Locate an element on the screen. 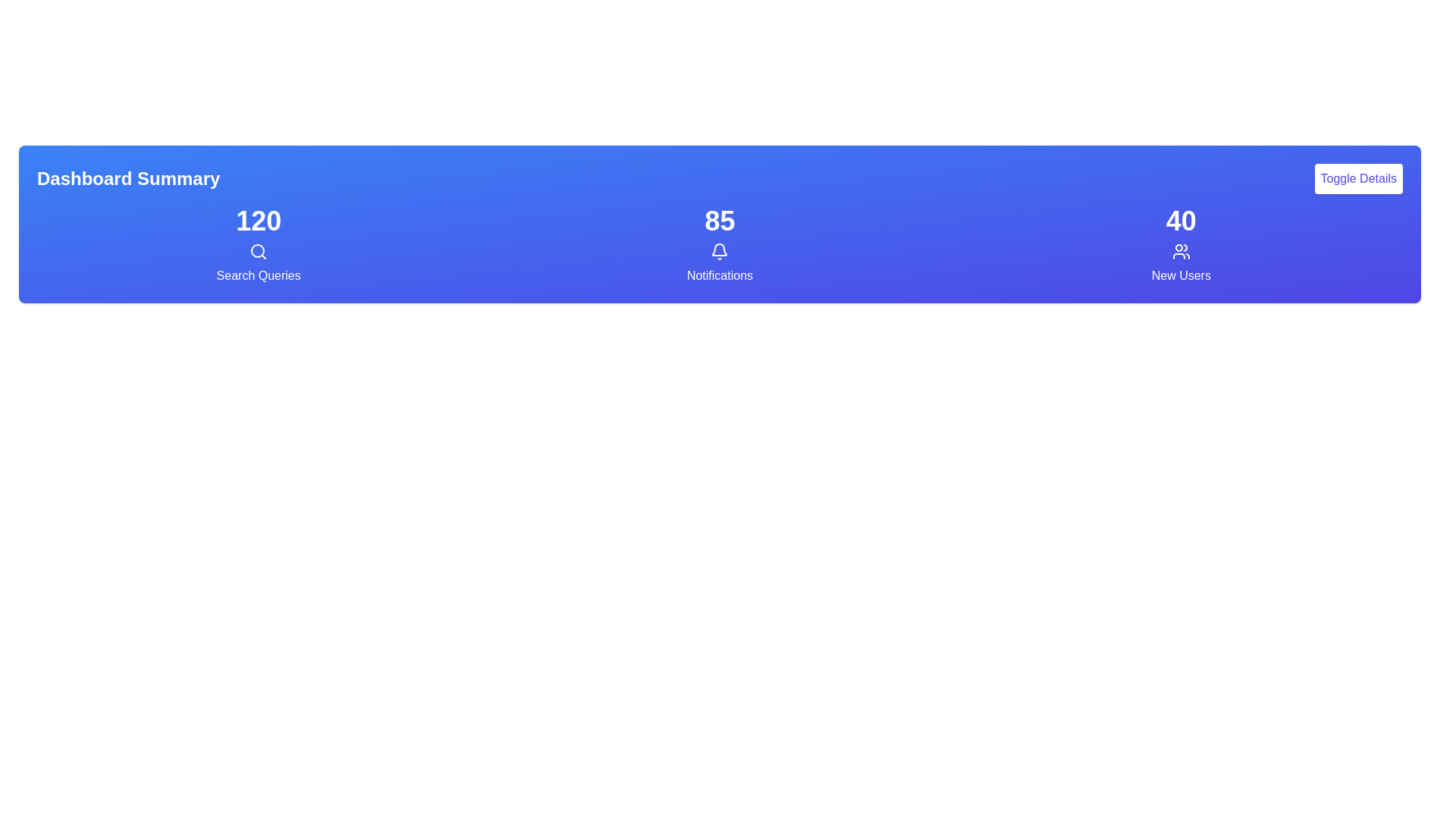  the 'New Users' information display element, which shows a bold numeric value '40', an icon representing users, and a text label 'New Users' on a blue background is located at coordinates (1180, 245).